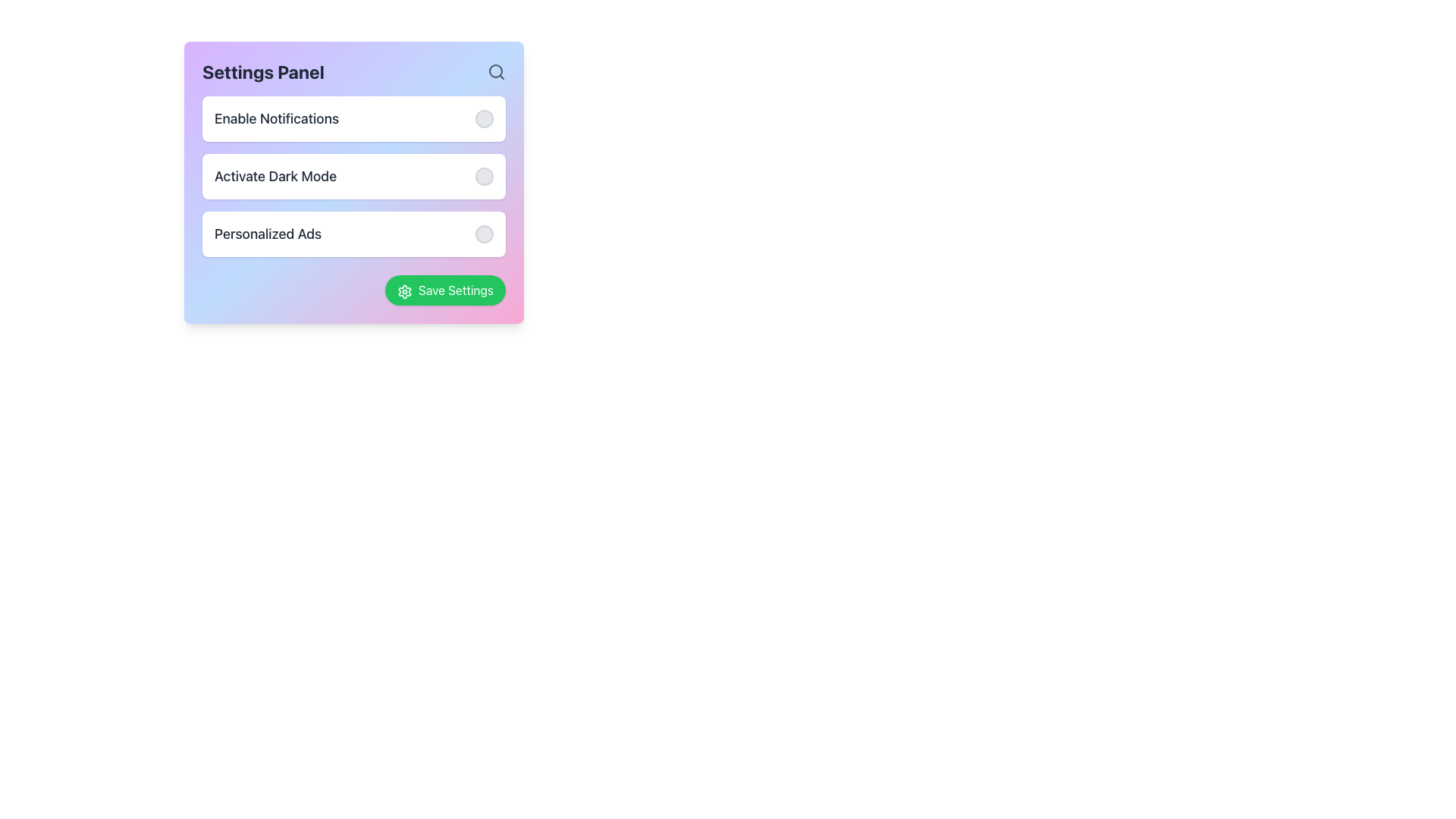 The image size is (1456, 819). Describe the element at coordinates (263, 72) in the screenshot. I see `the title Text Element located at the top-left of the card-like structure` at that location.